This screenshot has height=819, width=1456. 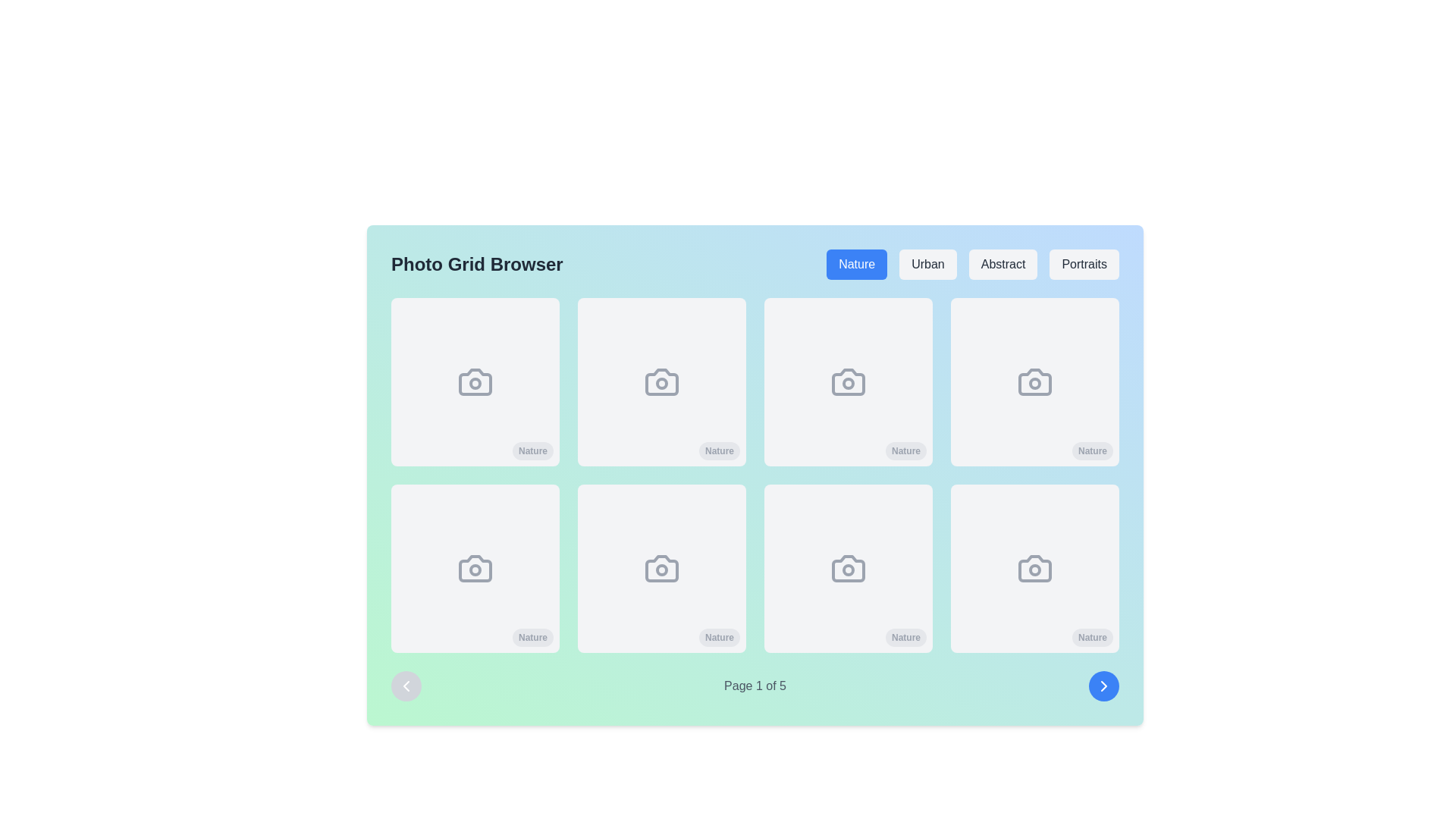 What do you see at coordinates (475, 570) in the screenshot?
I see `the SVG Circle that is positioned at the center of the lens of the camera icon, located within the lower-left image of the third row in the grid` at bounding box center [475, 570].